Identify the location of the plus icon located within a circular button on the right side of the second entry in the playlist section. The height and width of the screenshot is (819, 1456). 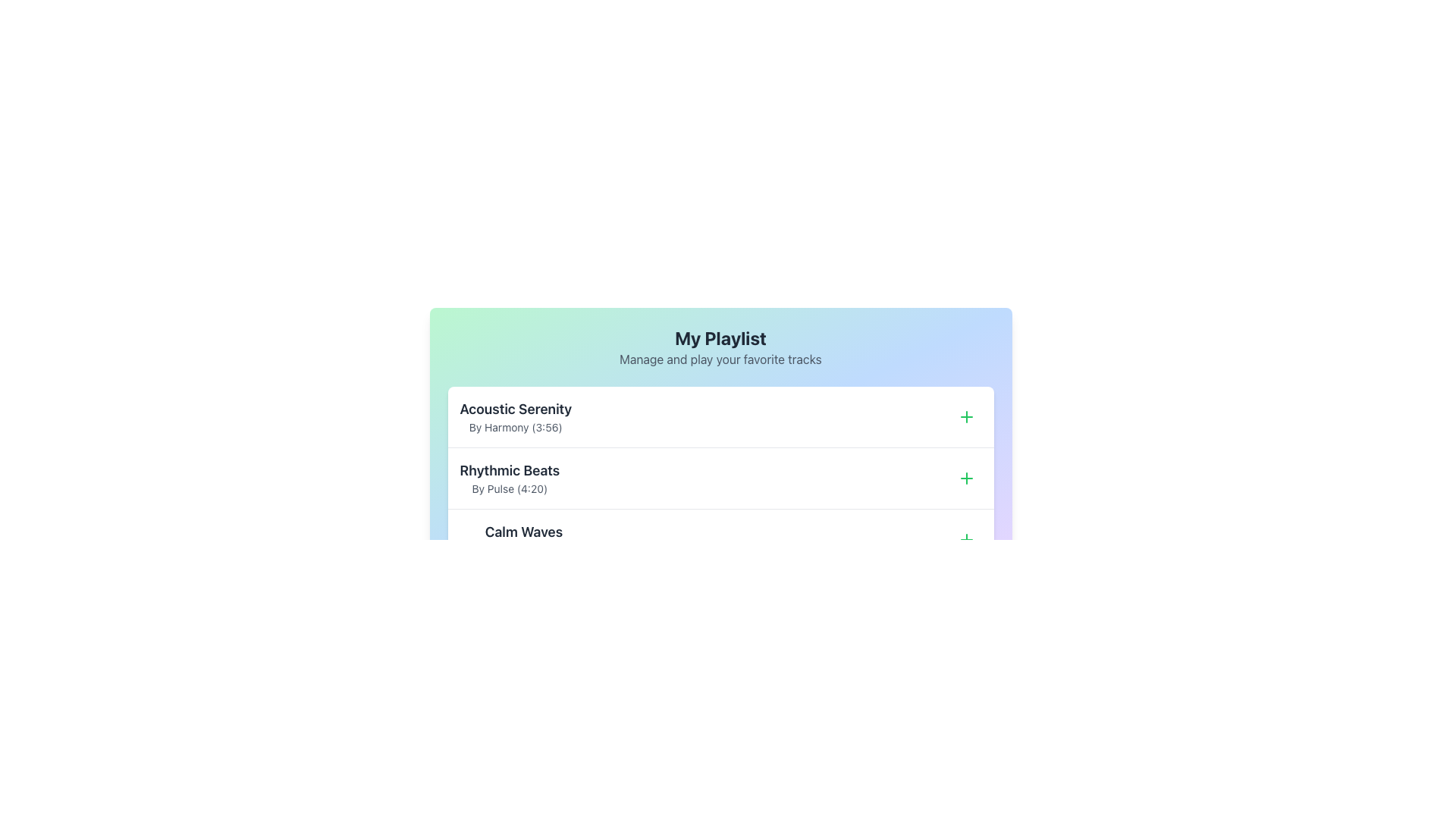
(965, 479).